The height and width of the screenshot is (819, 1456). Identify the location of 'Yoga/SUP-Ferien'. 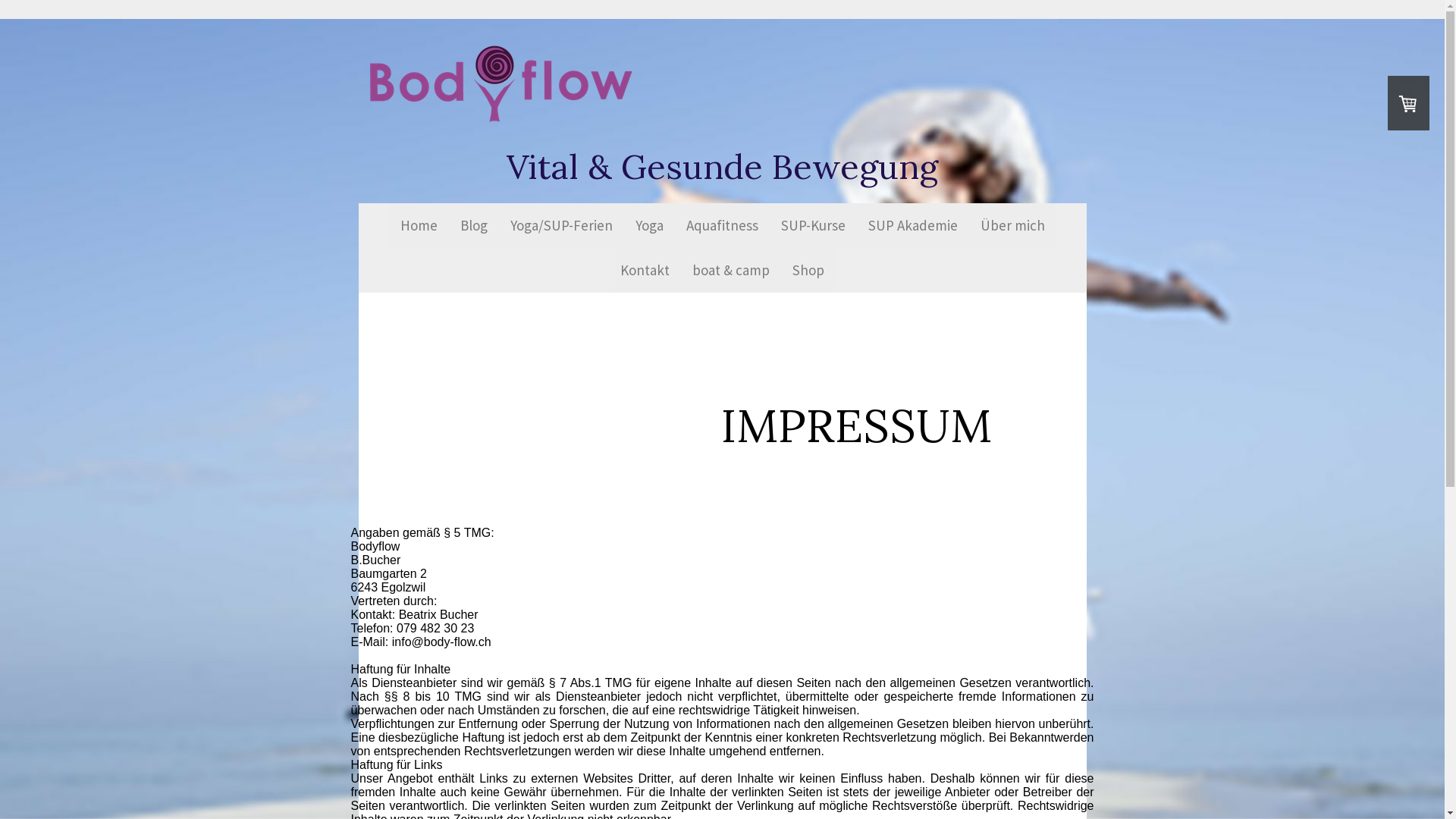
(498, 225).